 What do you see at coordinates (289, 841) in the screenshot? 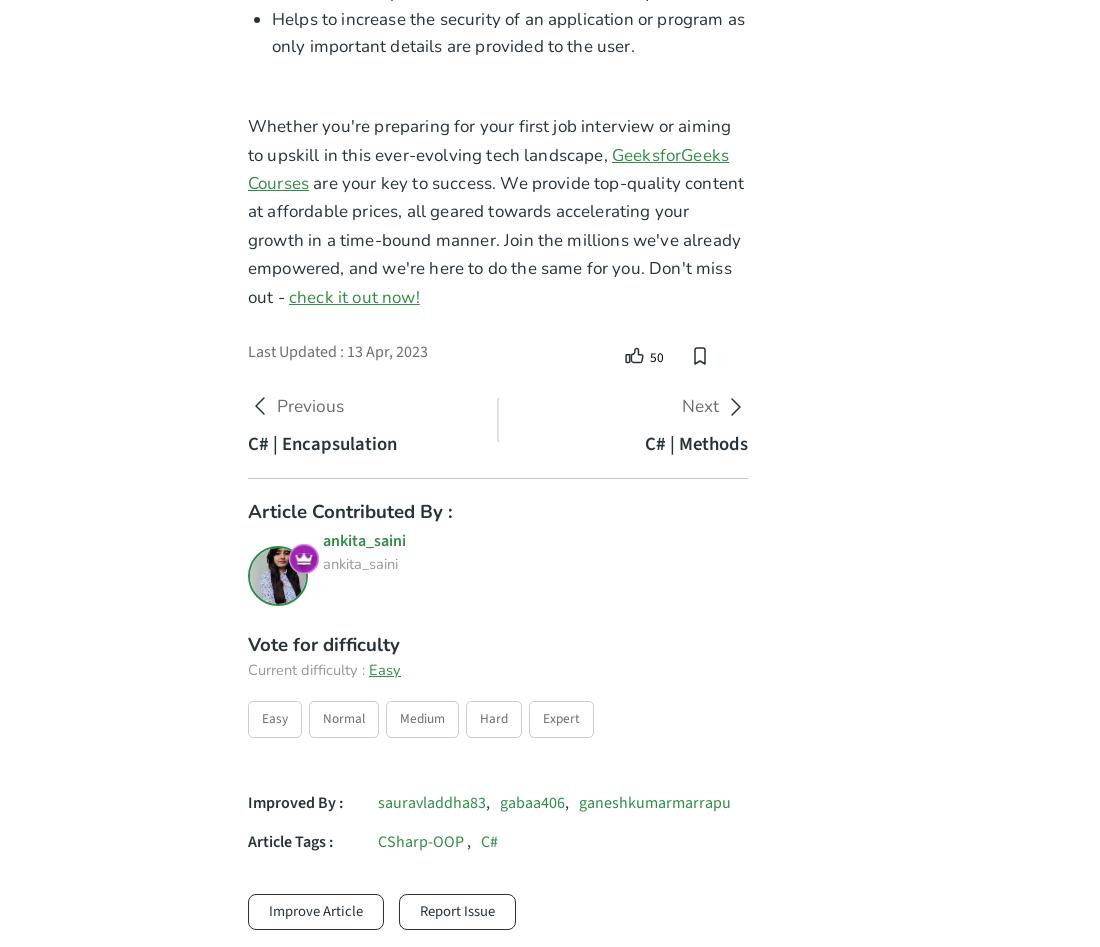
I see `'Article Tags :'` at bounding box center [289, 841].